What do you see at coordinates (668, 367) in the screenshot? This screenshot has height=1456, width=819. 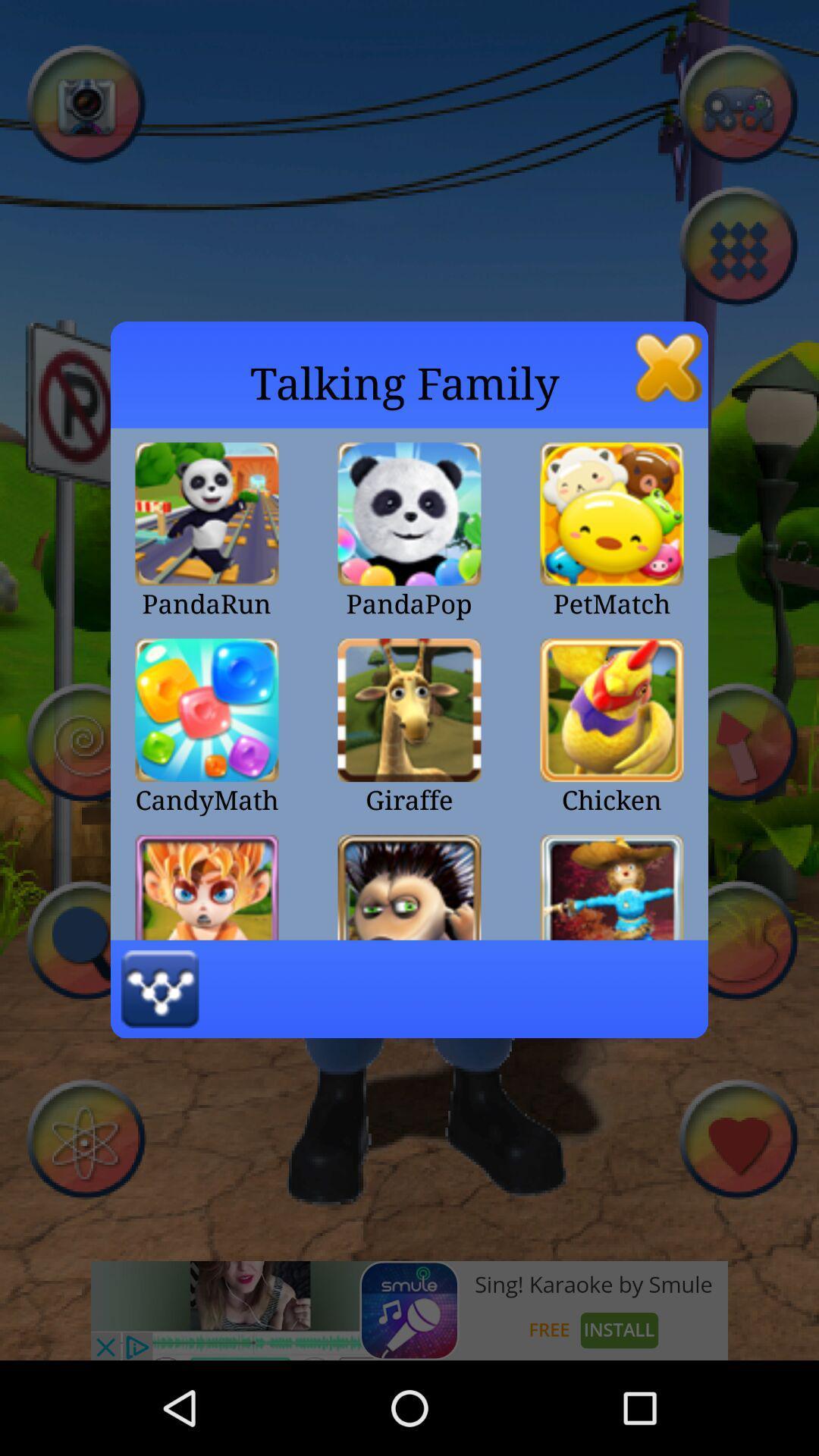 I see `icon at the top right corner` at bounding box center [668, 367].